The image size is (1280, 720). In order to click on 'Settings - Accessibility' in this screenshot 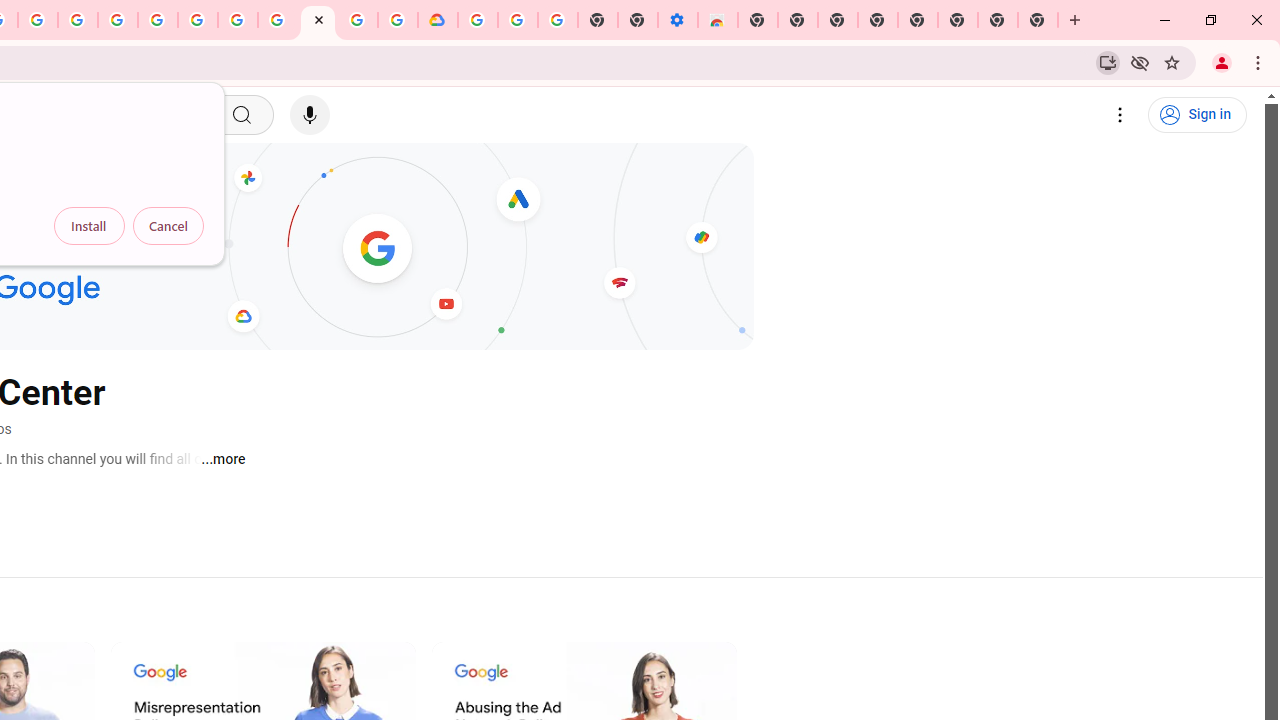, I will do `click(677, 20)`.